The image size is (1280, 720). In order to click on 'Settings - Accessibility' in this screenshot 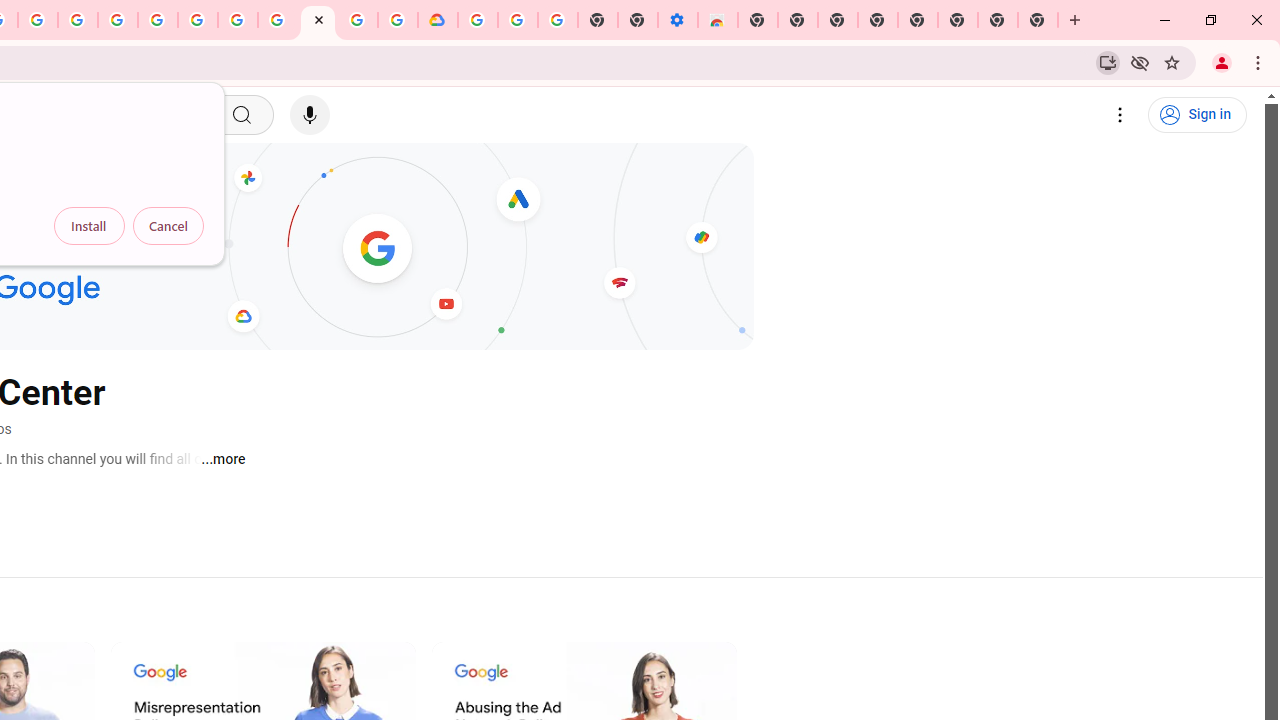, I will do `click(677, 20)`.